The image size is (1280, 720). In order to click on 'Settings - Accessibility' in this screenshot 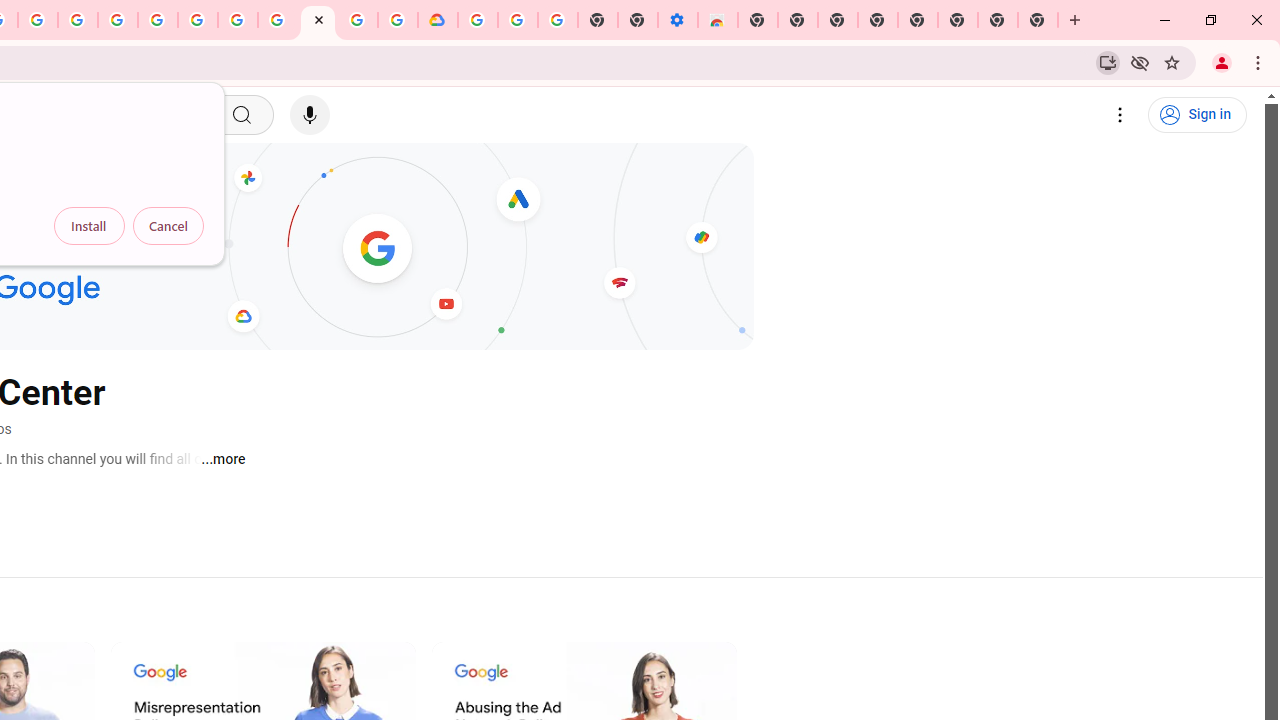, I will do `click(677, 20)`.